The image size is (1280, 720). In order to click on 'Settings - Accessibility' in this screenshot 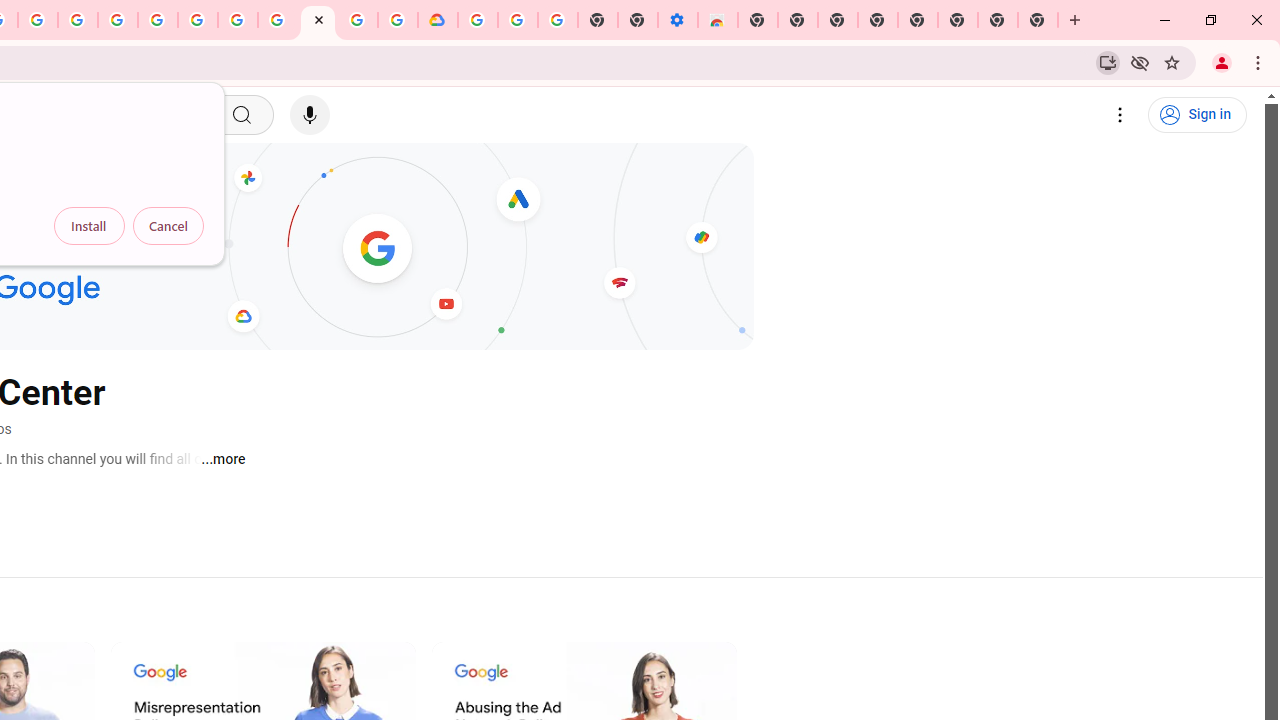, I will do `click(677, 20)`.